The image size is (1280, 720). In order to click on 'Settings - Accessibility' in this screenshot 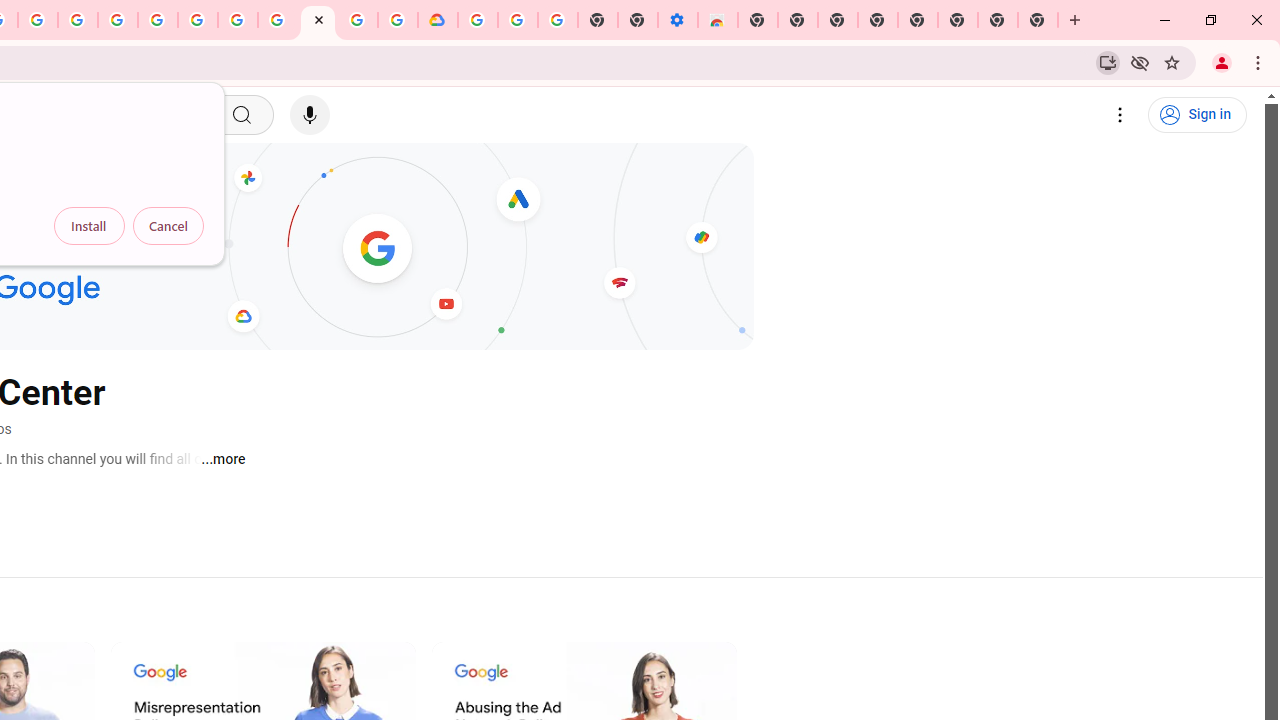, I will do `click(677, 20)`.